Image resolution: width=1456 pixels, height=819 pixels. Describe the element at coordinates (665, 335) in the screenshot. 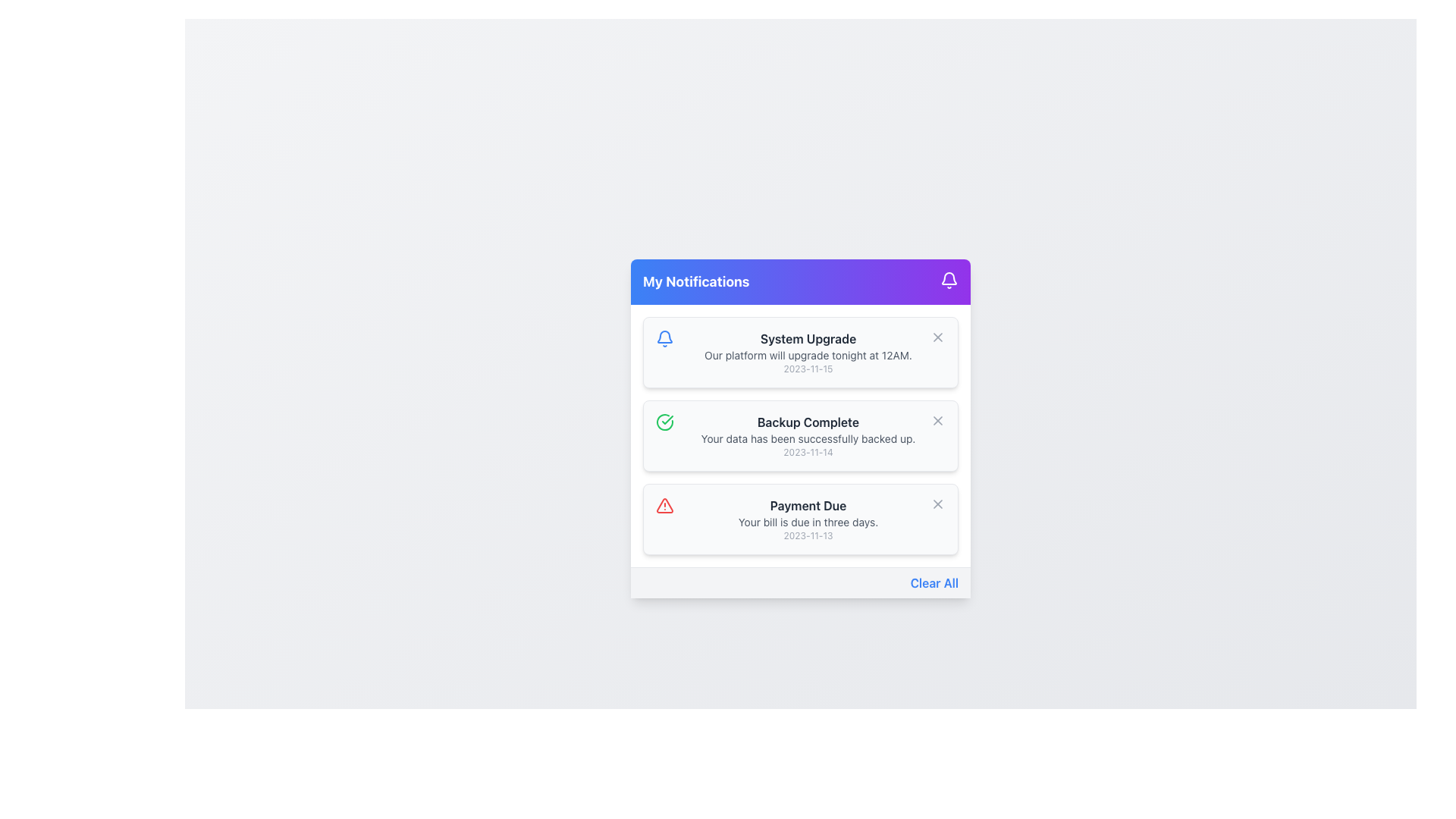

I see `the lower component of the blue bell icon located at the top-right corner of the notification header bar` at that location.